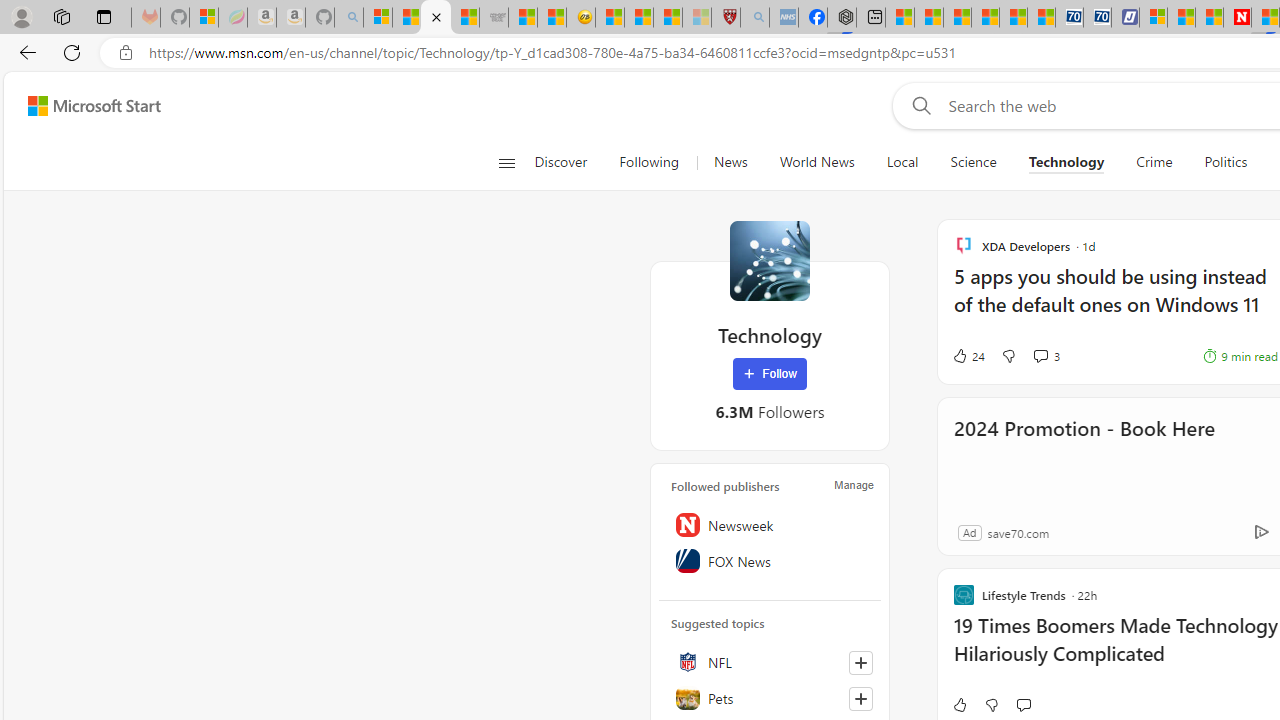 Image resolution: width=1280 pixels, height=720 pixels. Describe the element at coordinates (1040, 355) in the screenshot. I see `'View comments 3 Comment'` at that location.